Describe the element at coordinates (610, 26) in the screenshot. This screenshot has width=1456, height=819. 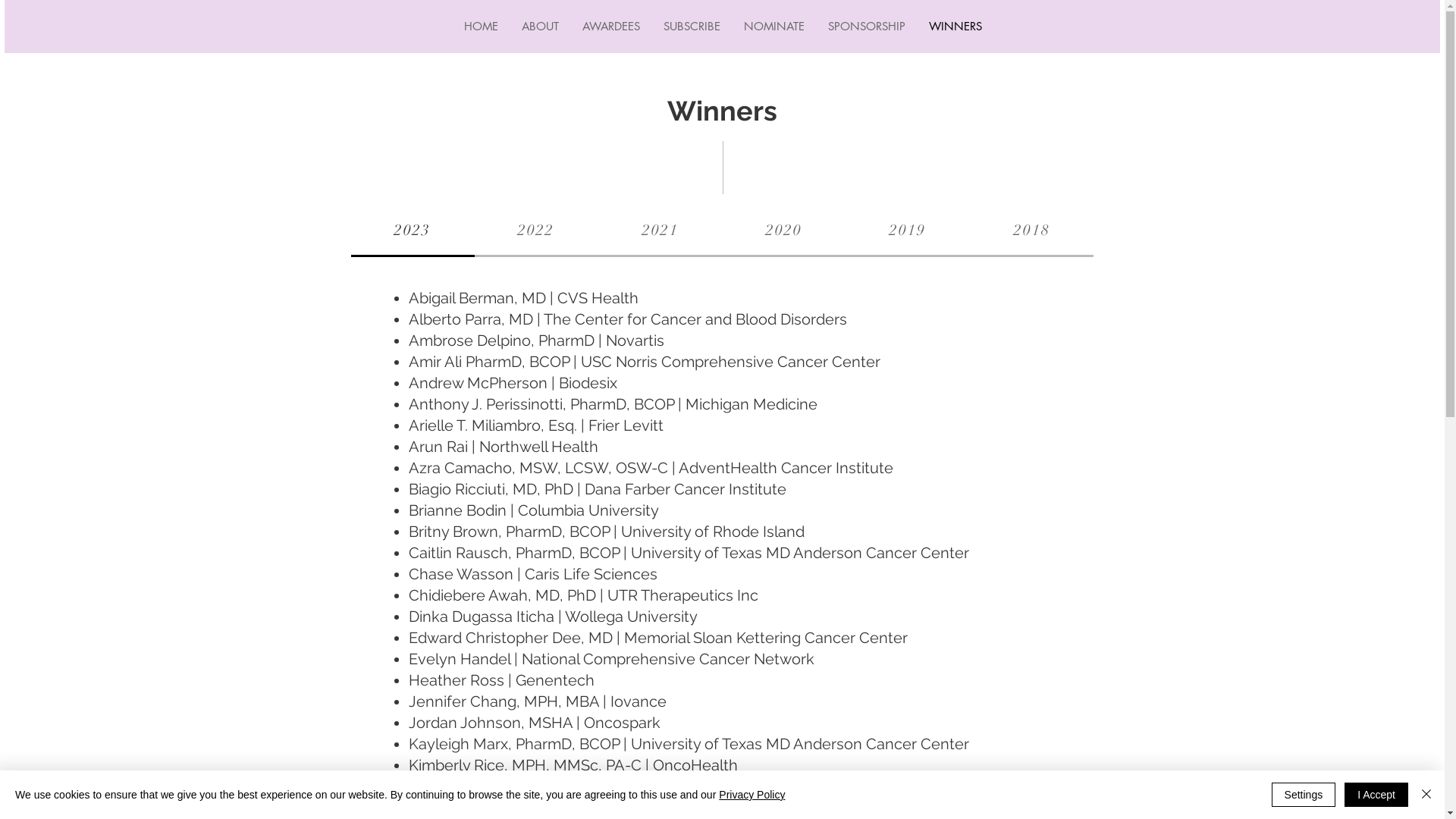
I see `'AWARDEES'` at that location.